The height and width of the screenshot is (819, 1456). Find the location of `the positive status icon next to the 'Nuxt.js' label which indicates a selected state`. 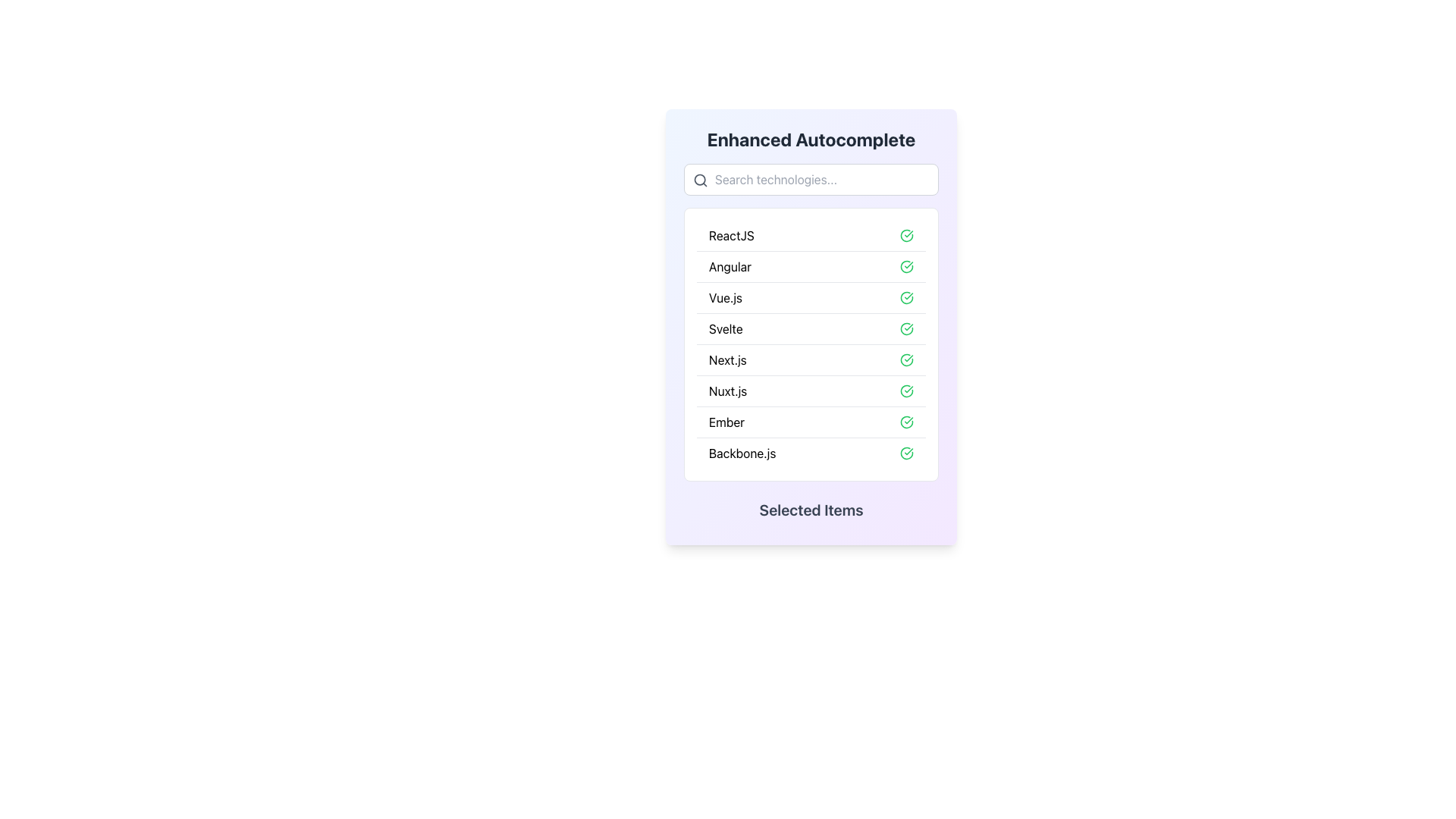

the positive status icon next to the 'Nuxt.js' label which indicates a selected state is located at coordinates (906, 391).